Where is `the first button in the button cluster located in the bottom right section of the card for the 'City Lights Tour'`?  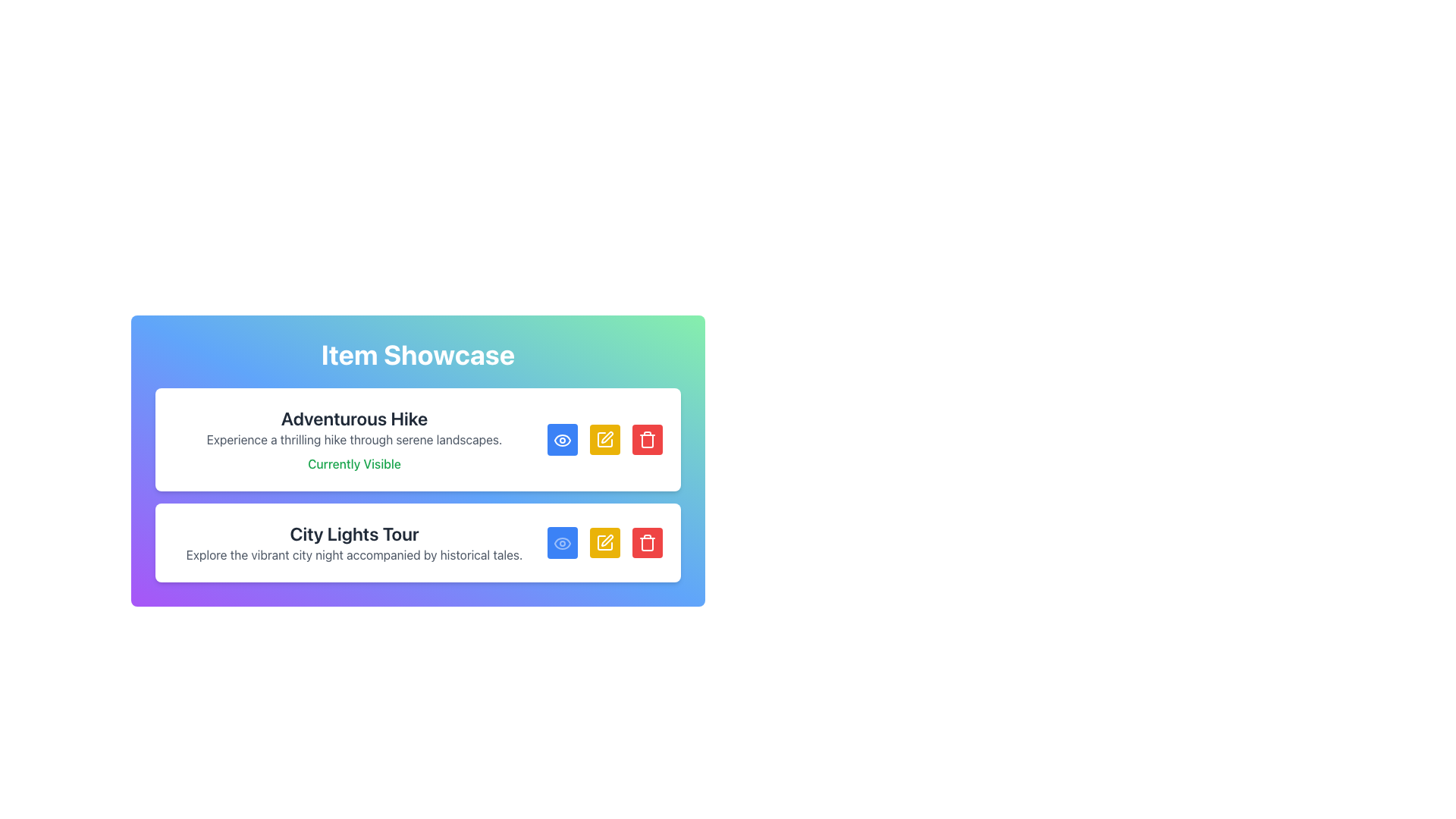 the first button in the button cluster located in the bottom right section of the card for the 'City Lights Tour' is located at coordinates (562, 542).